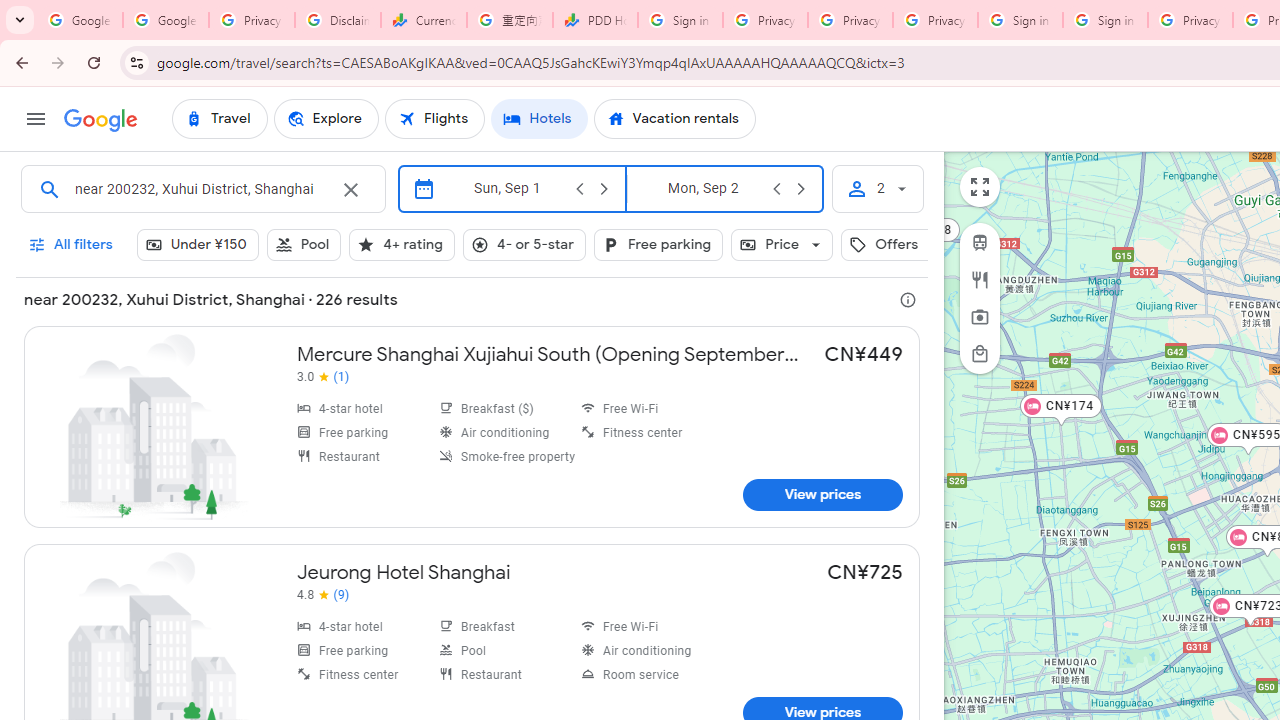 This screenshot has height=720, width=1280. I want to click on 'Vacation rentals', so click(674, 119).